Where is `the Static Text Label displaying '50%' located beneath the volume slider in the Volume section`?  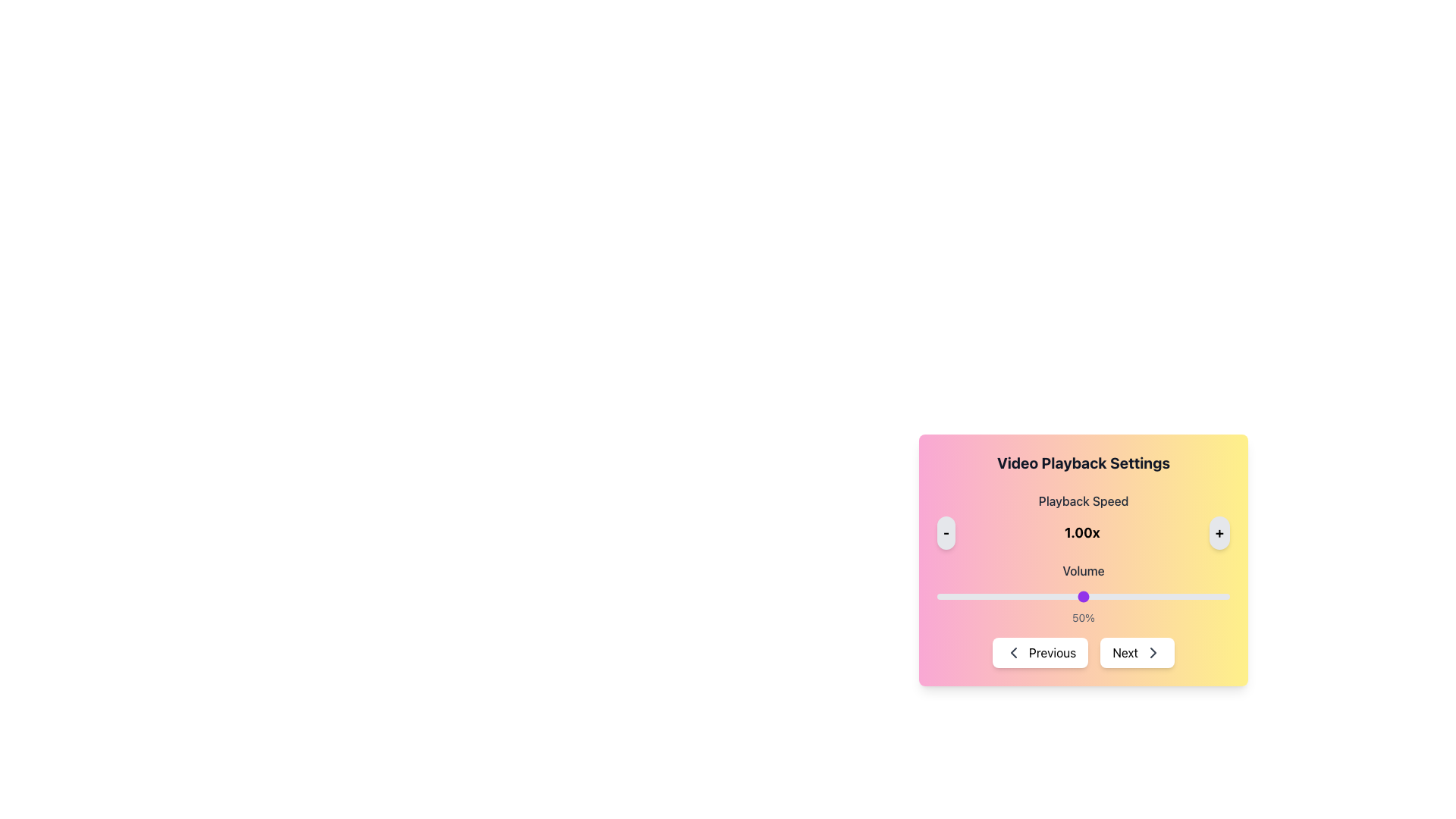 the Static Text Label displaying '50%' located beneath the volume slider in the Volume section is located at coordinates (1083, 617).